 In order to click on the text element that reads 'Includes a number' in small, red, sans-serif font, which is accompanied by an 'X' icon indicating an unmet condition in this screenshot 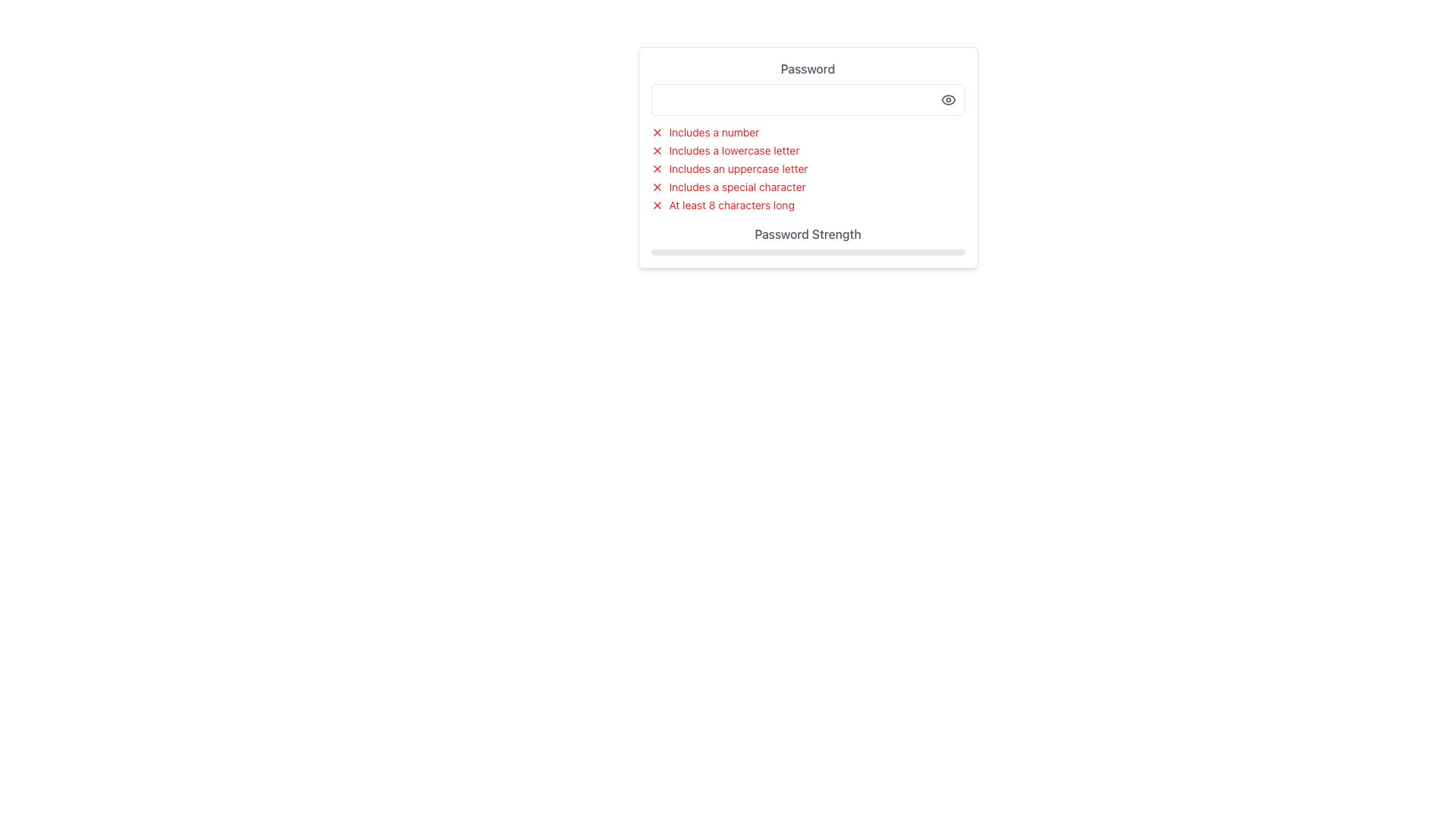, I will do `click(807, 131)`.